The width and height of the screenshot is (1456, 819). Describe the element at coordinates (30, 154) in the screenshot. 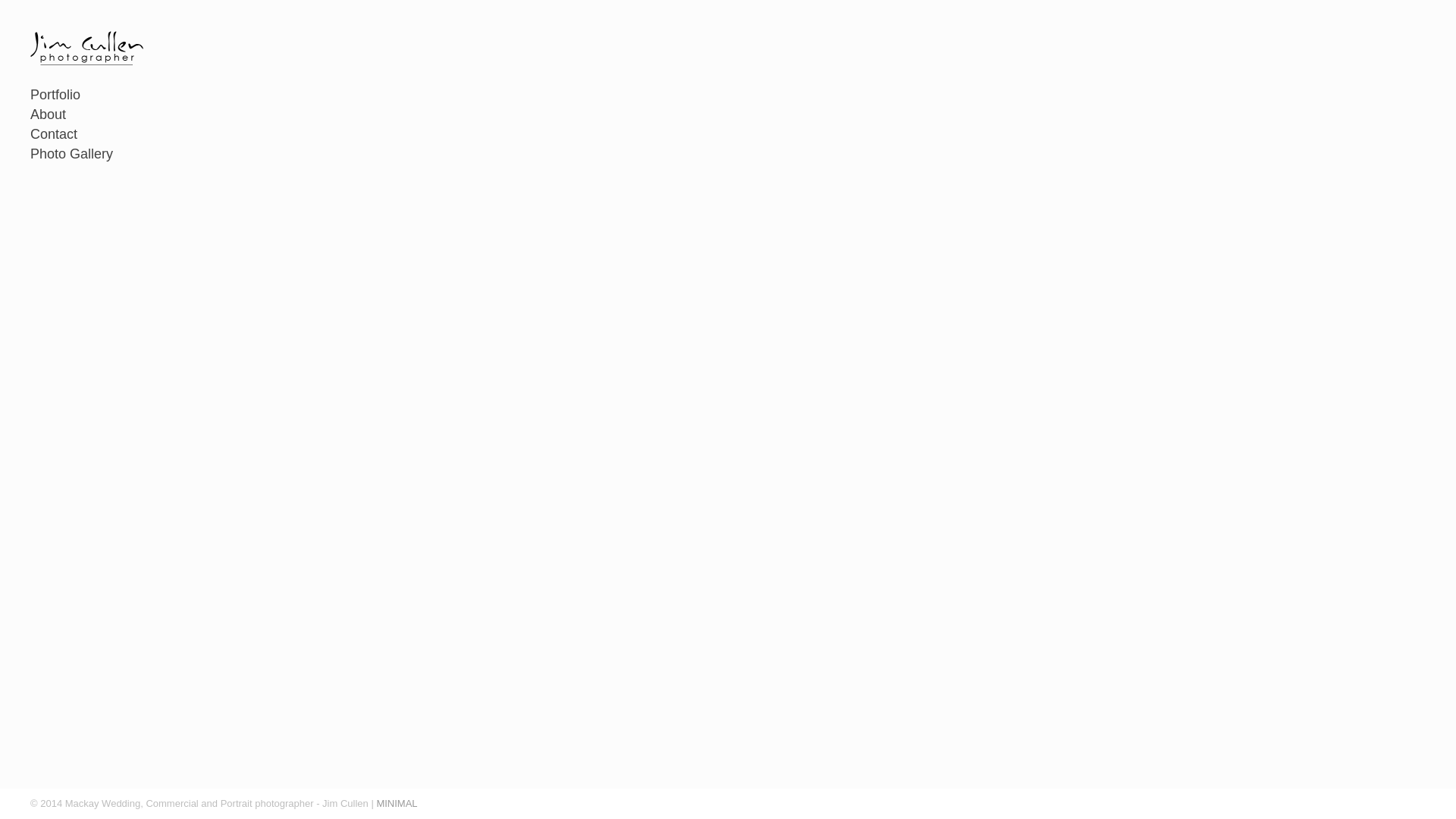

I see `'Photo Gallery'` at that location.